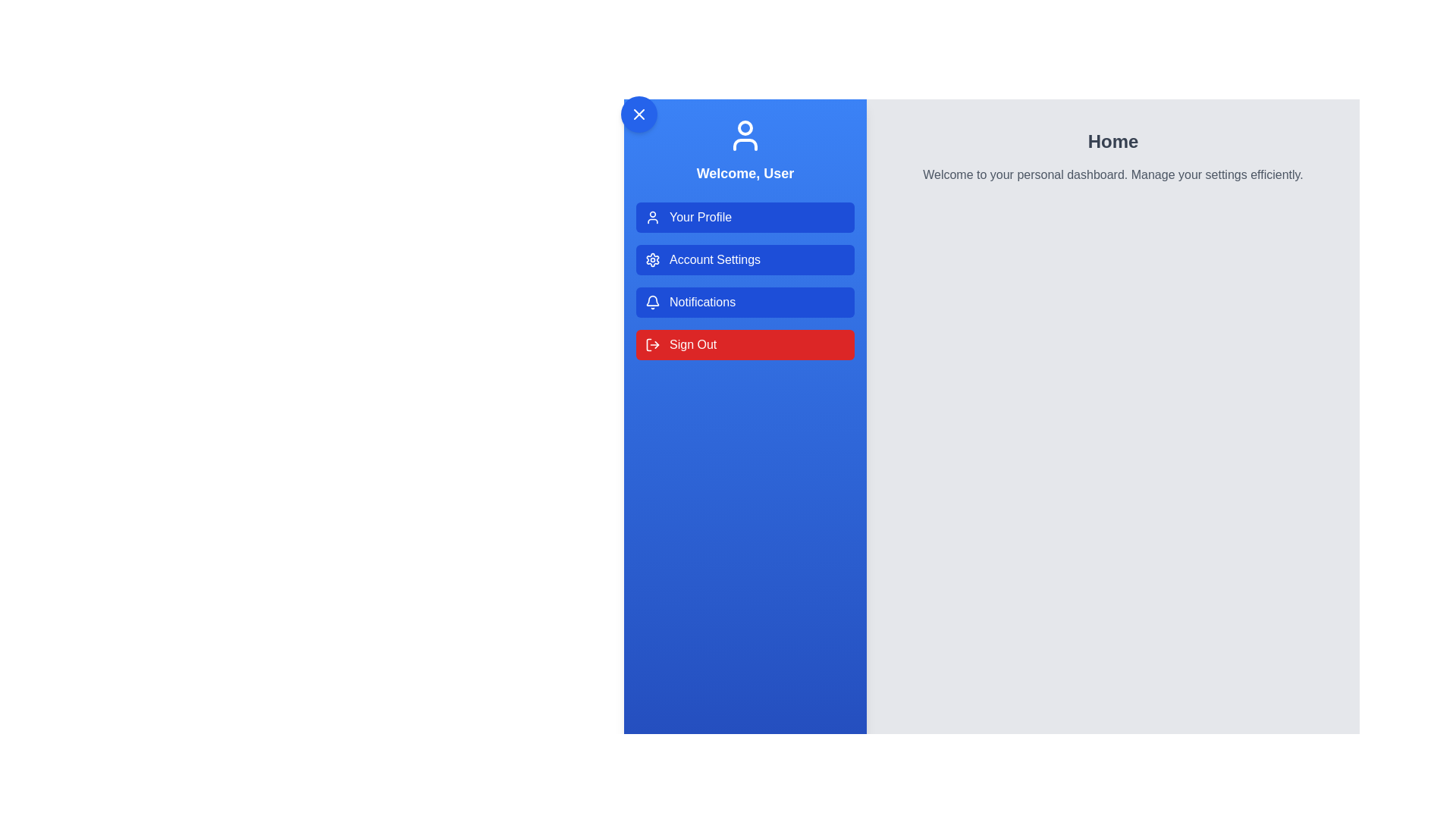  What do you see at coordinates (745, 259) in the screenshot?
I see `the menu option Account Settings from the UserProfileDrawer` at bounding box center [745, 259].